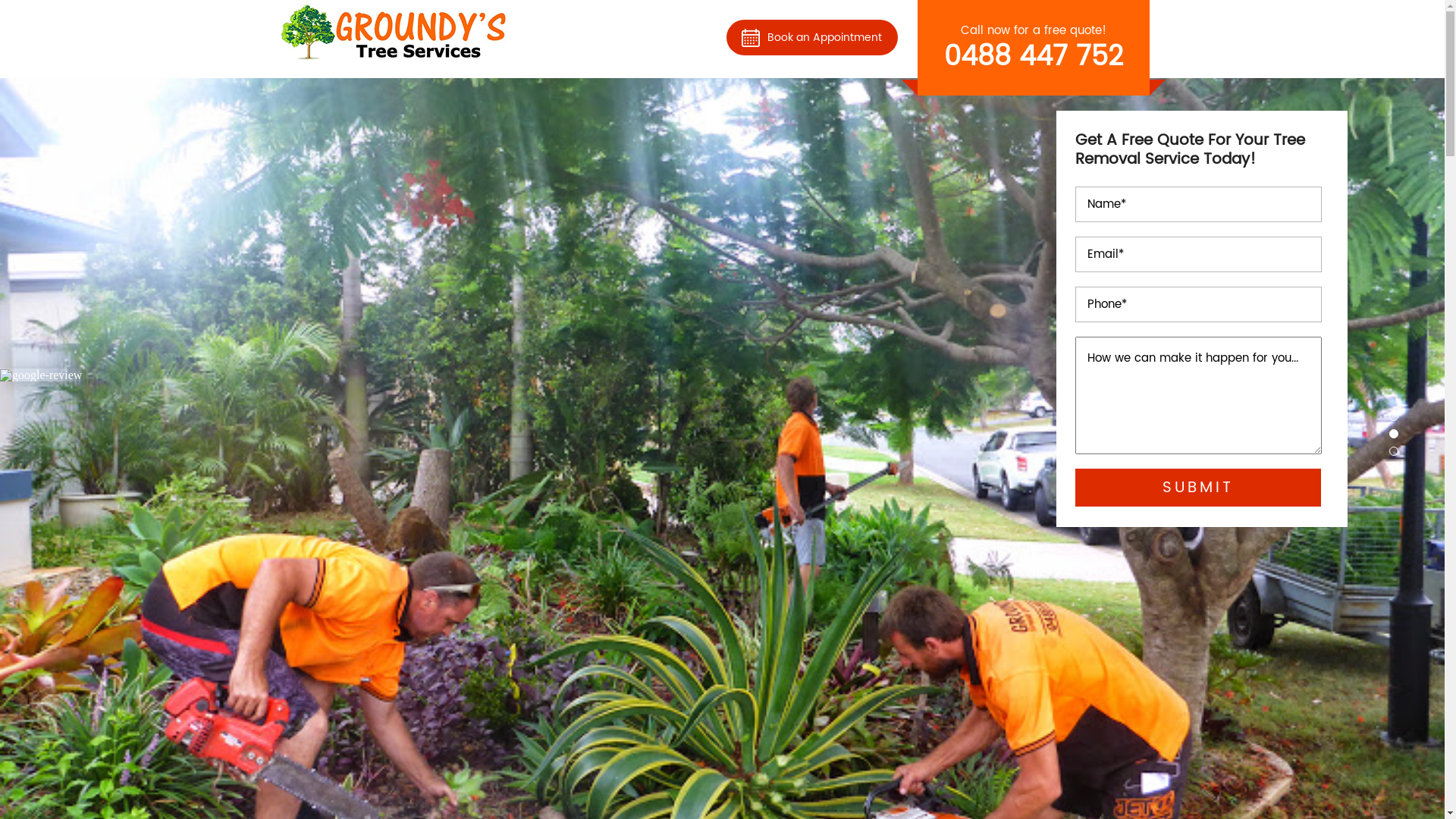  I want to click on 'Book an Appointment', so click(811, 36).